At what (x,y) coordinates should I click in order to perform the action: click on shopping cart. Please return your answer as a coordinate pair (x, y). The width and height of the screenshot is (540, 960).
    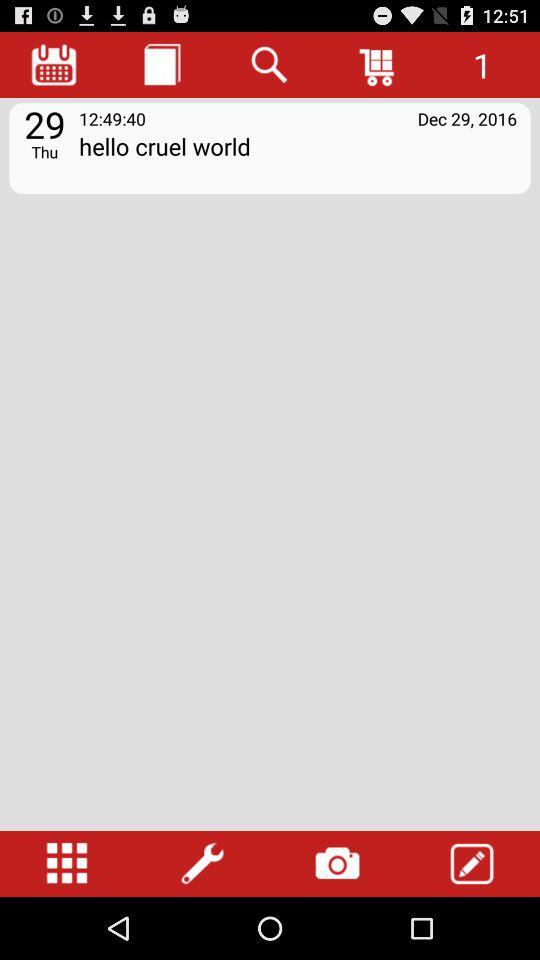
    Looking at the image, I should click on (378, 64).